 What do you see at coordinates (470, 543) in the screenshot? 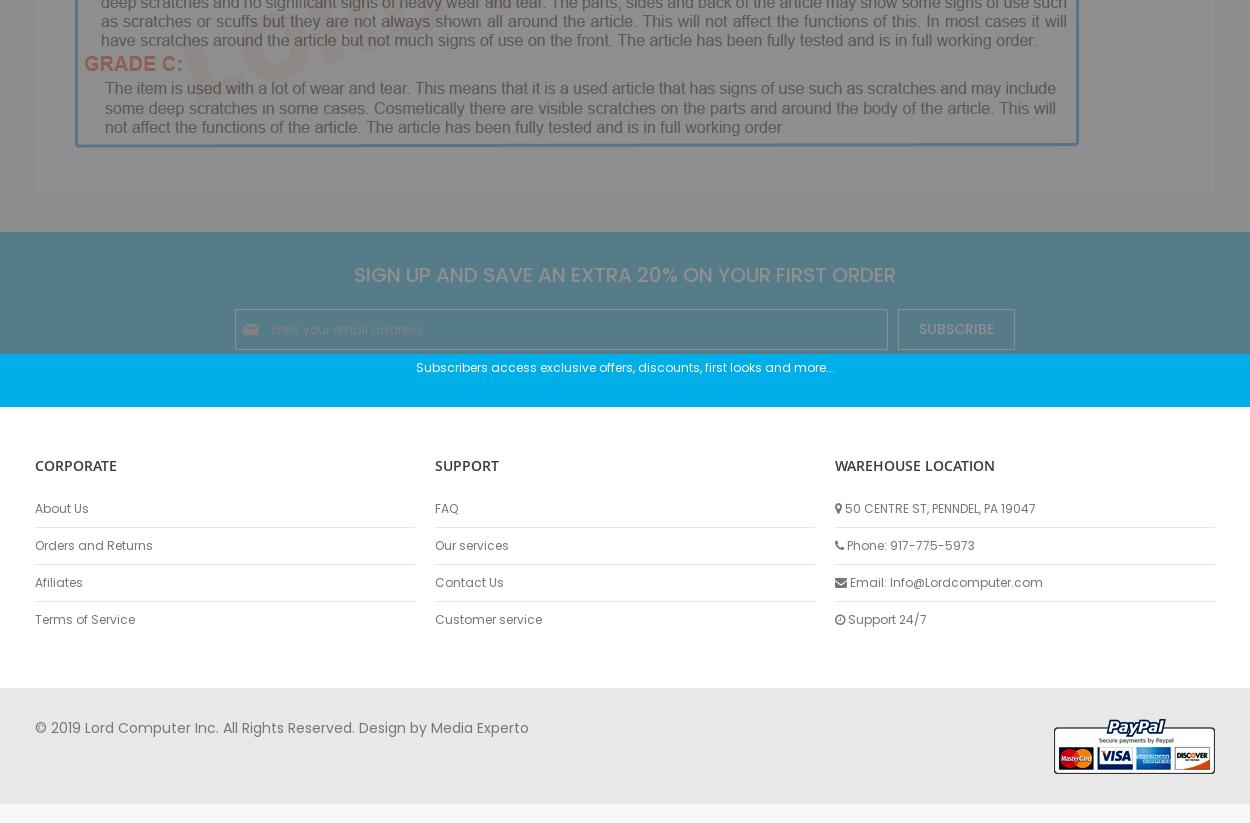
I see `'Our services'` at bounding box center [470, 543].